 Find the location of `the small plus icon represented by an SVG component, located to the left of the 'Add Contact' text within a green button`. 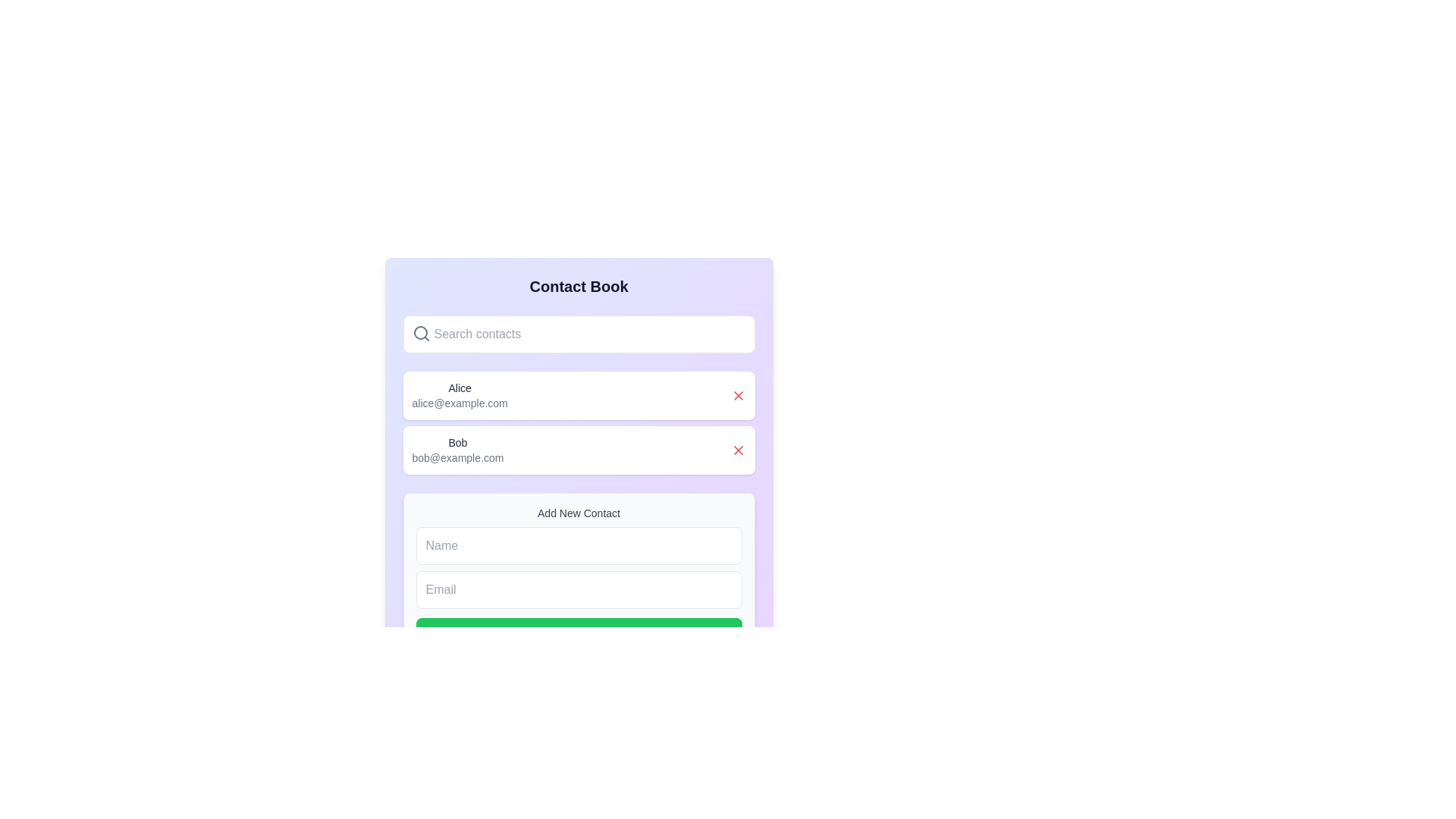

the small plus icon represented by an SVG component, located to the left of the 'Add Contact' text within a green button is located at coordinates (541, 633).